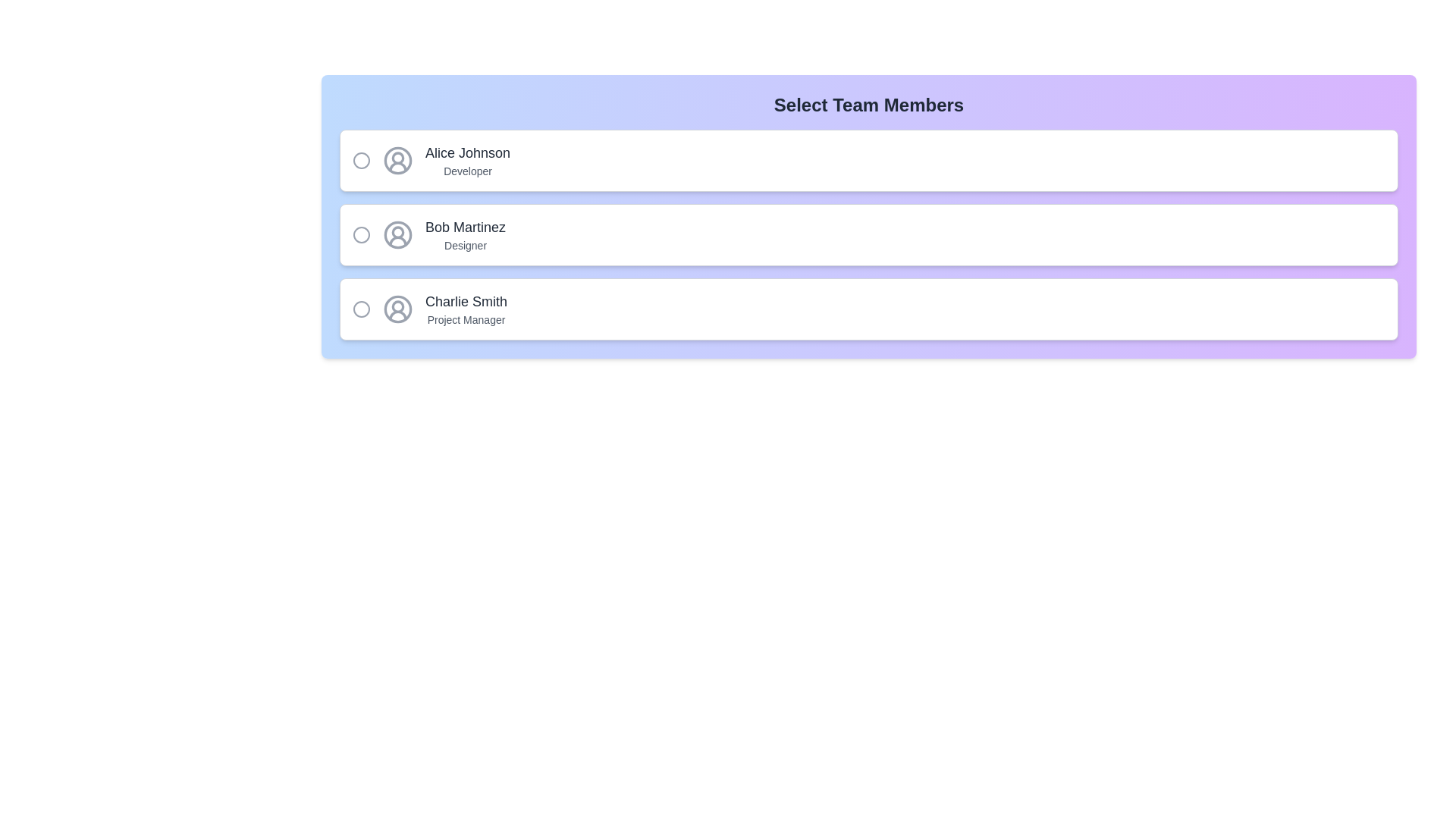  What do you see at coordinates (397, 309) in the screenshot?
I see `the user silhouette icon located to the left of the text 'Charlie Smith' and 'Project Manager', which is the third icon in the list` at bounding box center [397, 309].